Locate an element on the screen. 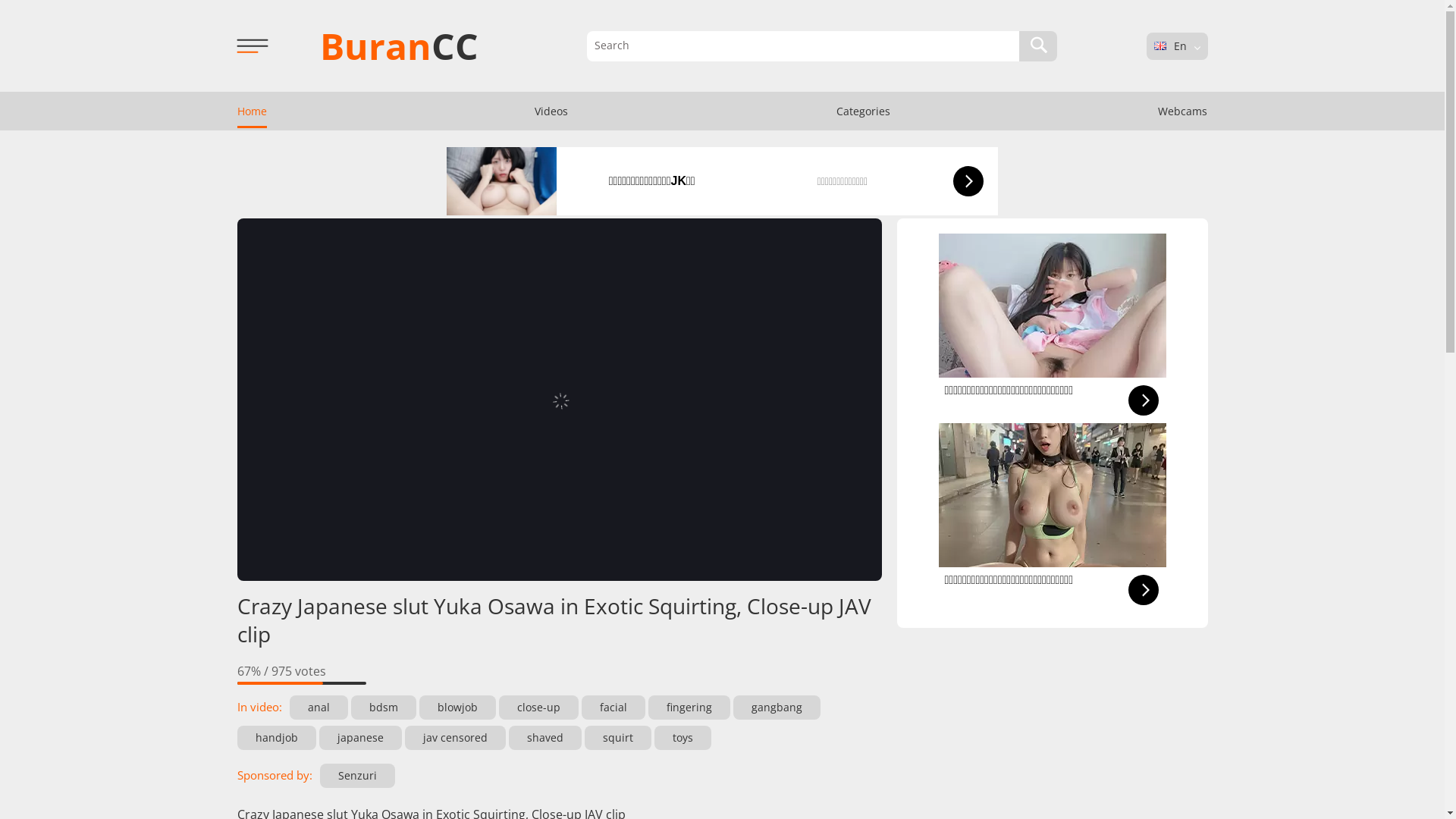 The image size is (1456, 819). 'toys' is located at coordinates (654, 736).